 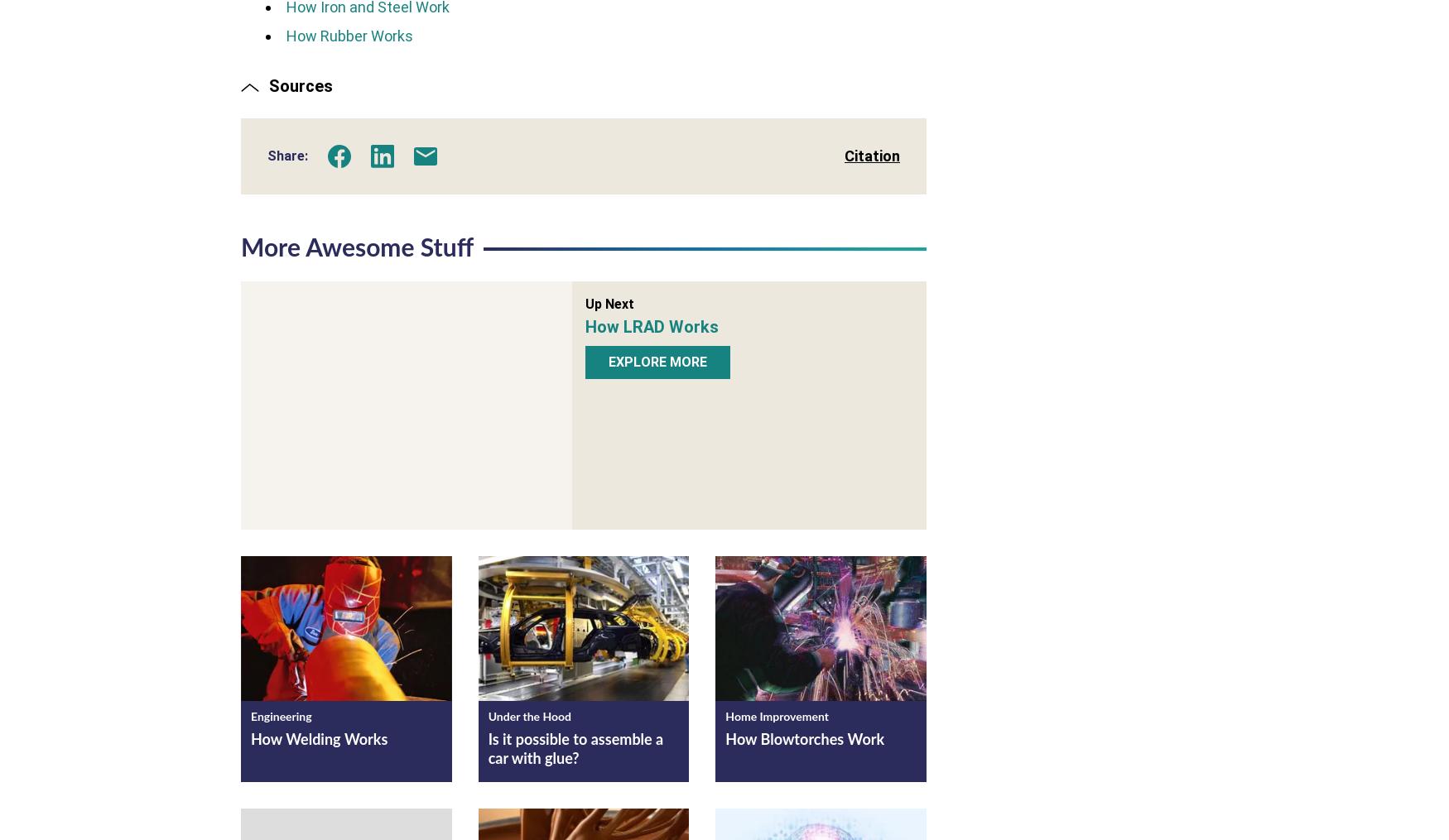 What do you see at coordinates (281, 716) in the screenshot?
I see `'Engineering'` at bounding box center [281, 716].